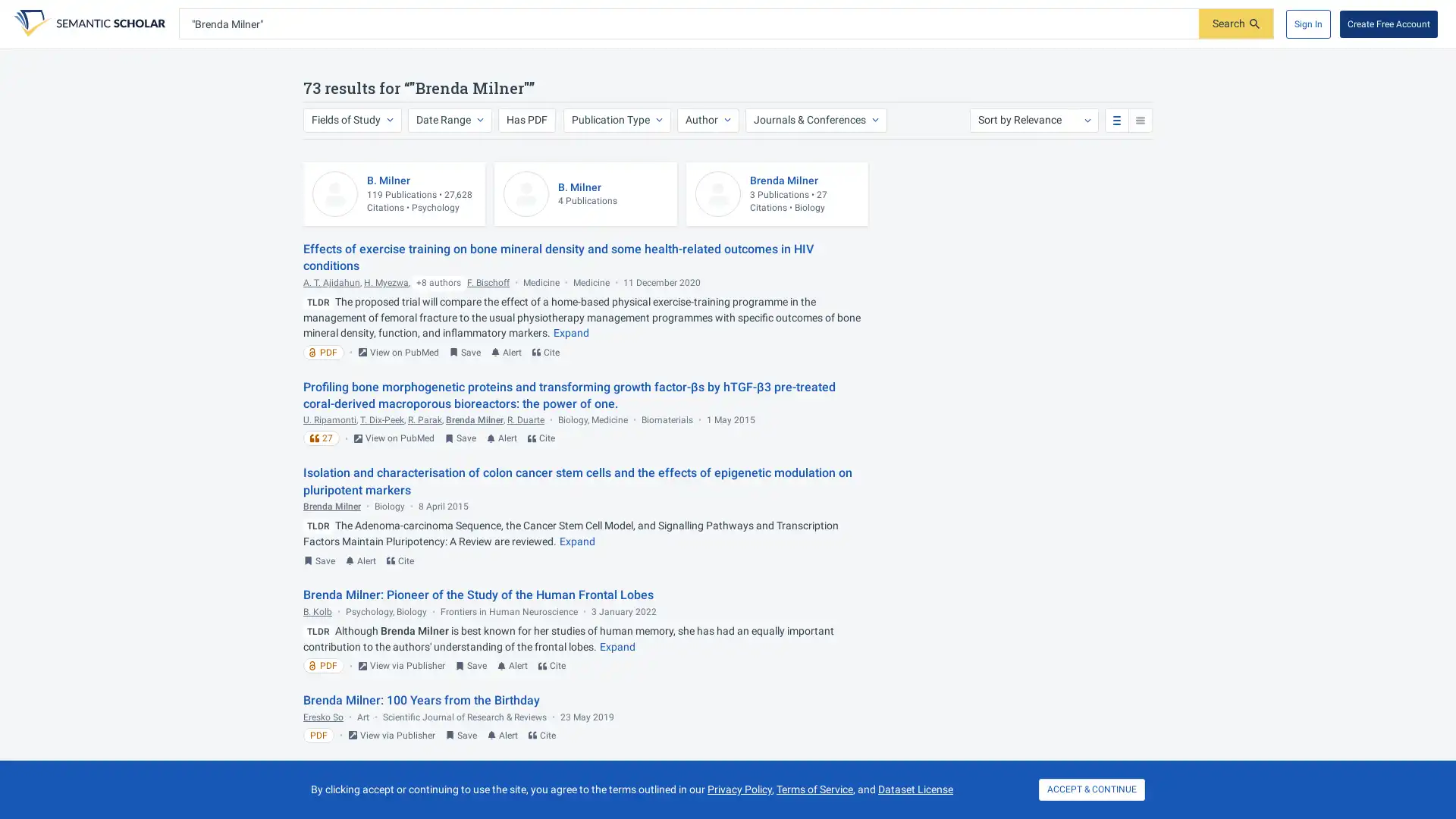 The width and height of the screenshot is (1456, 819). What do you see at coordinates (470, 665) in the screenshot?
I see `Save to Library` at bounding box center [470, 665].